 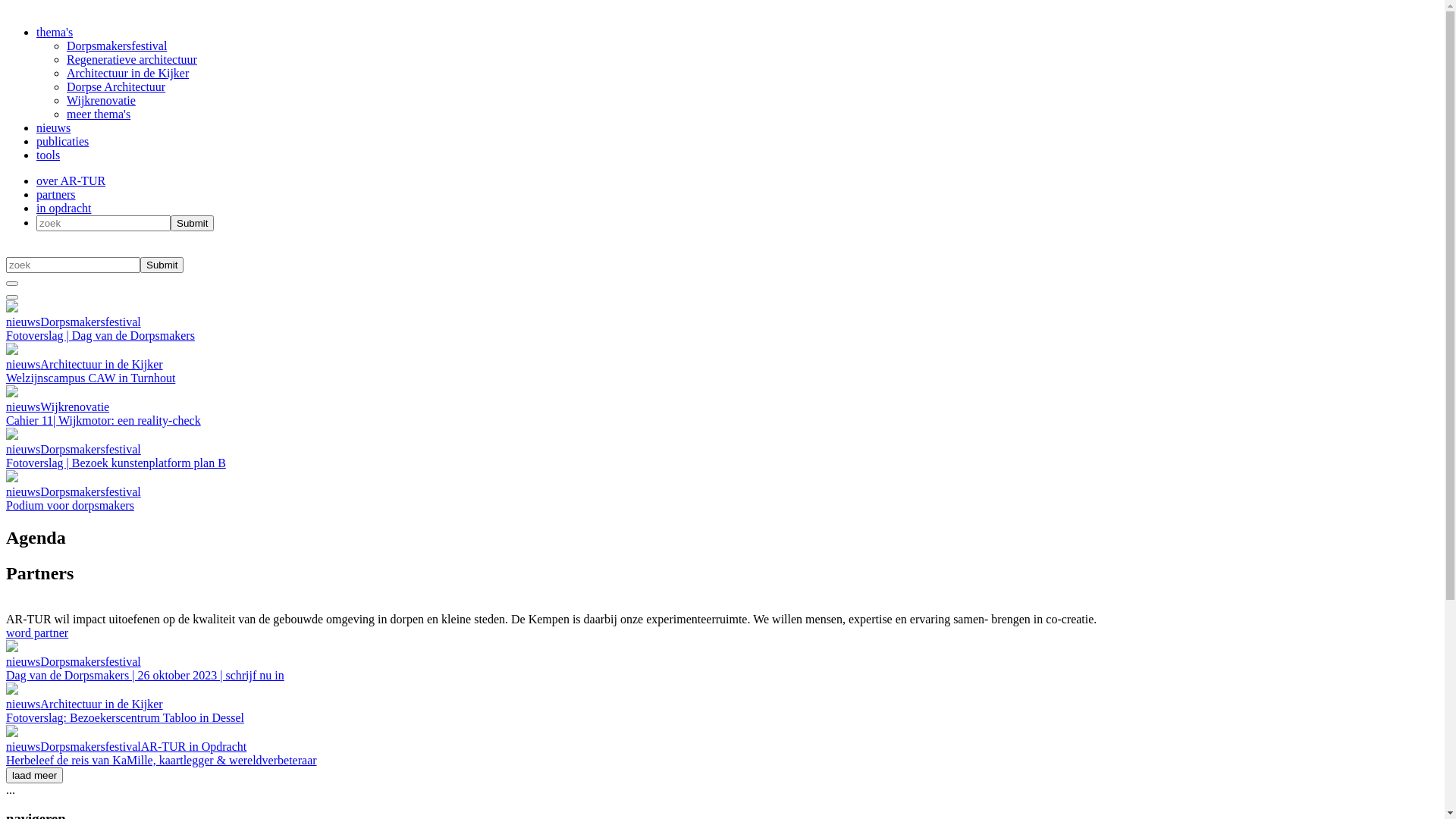 What do you see at coordinates (36, 193) in the screenshot?
I see `'partners'` at bounding box center [36, 193].